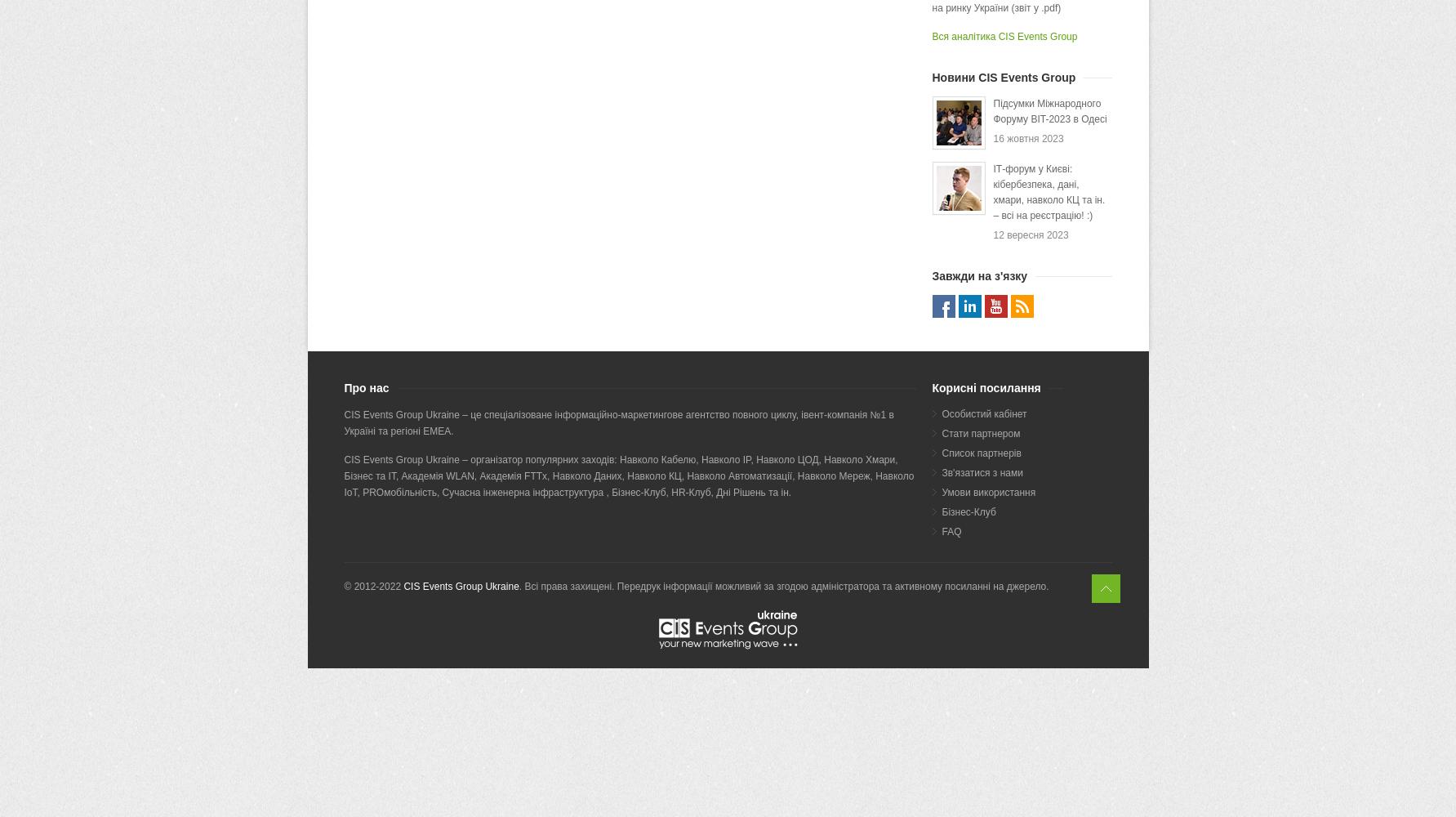 The image size is (1456, 817). What do you see at coordinates (1031, 235) in the screenshot?
I see `'12 вересня 2023'` at bounding box center [1031, 235].